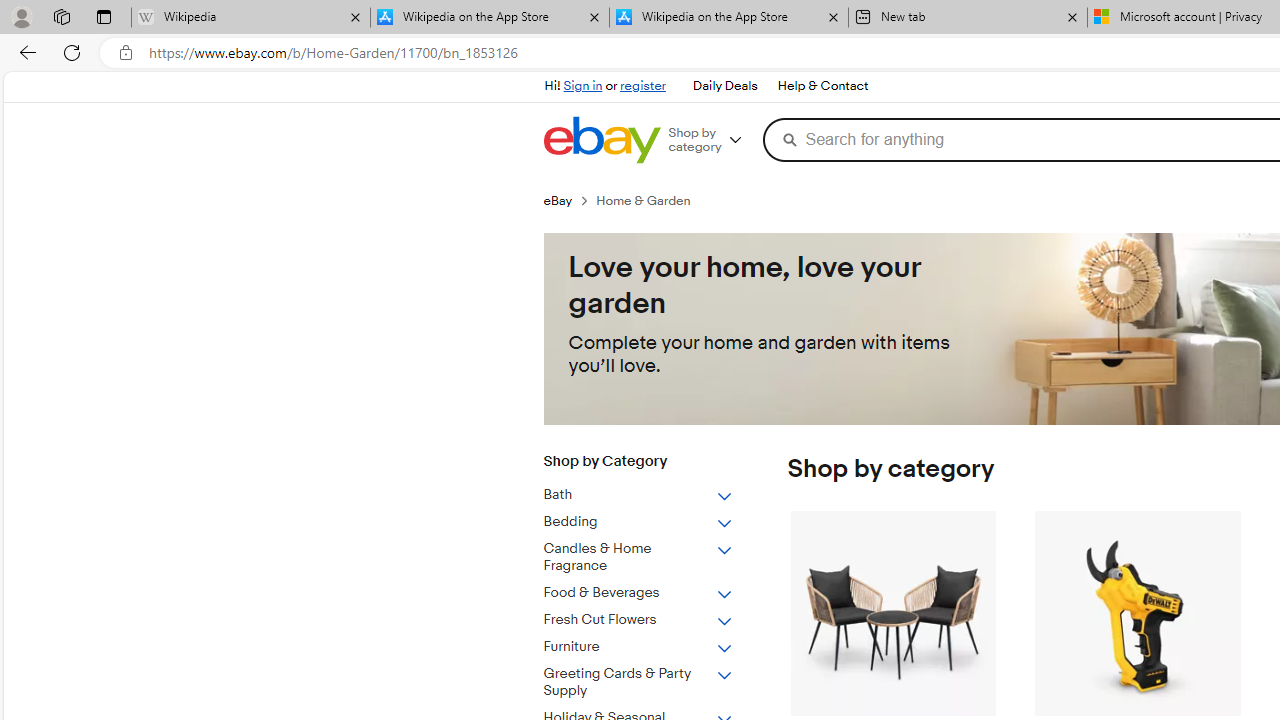 This screenshot has width=1280, height=720. What do you see at coordinates (637, 682) in the screenshot?
I see `'Greeting Cards & Party Supply'` at bounding box center [637, 682].